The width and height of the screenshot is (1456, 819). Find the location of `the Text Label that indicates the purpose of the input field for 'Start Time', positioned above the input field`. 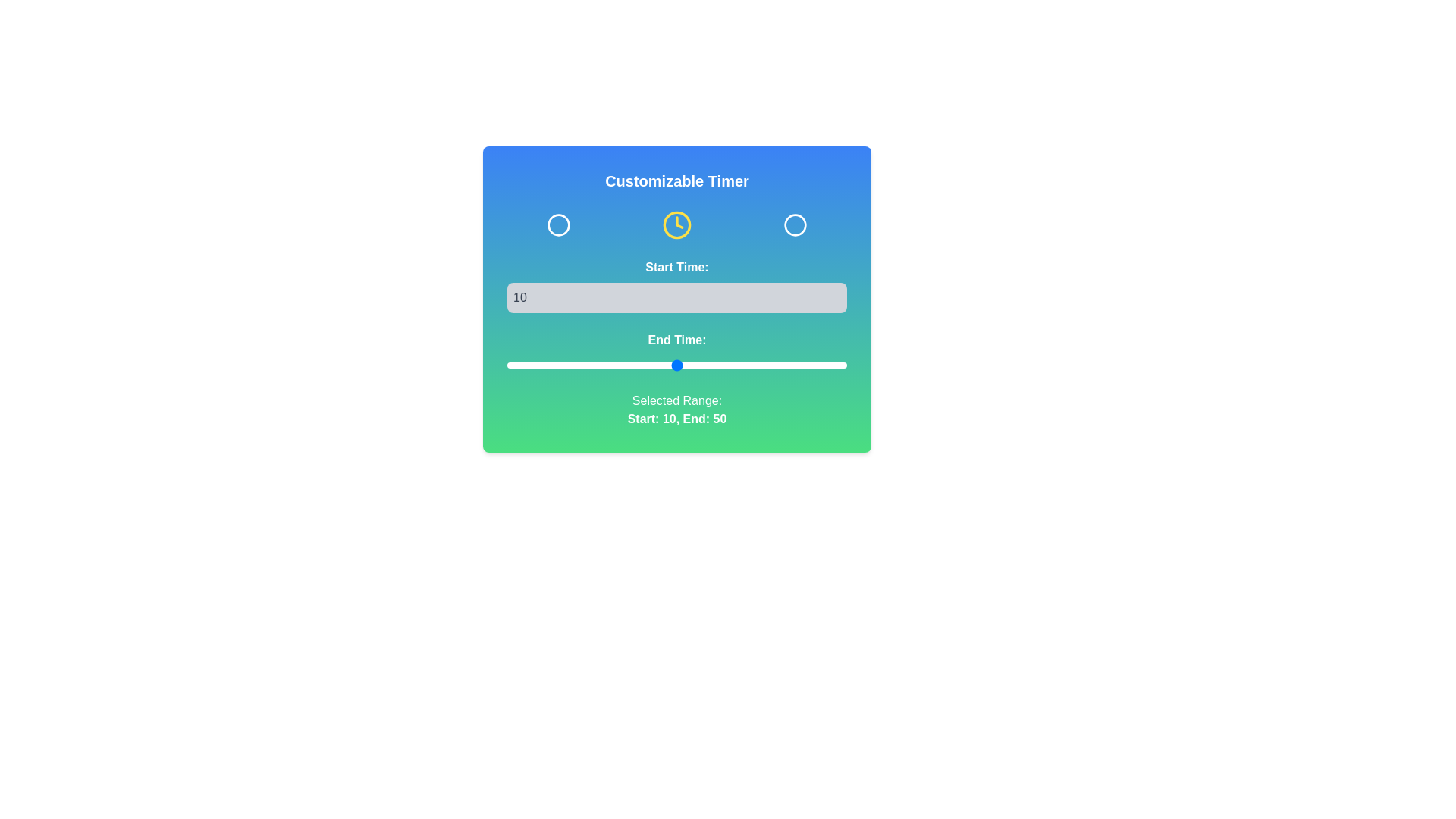

the Text Label that indicates the purpose of the input field for 'Start Time', positioned above the input field is located at coordinates (676, 267).